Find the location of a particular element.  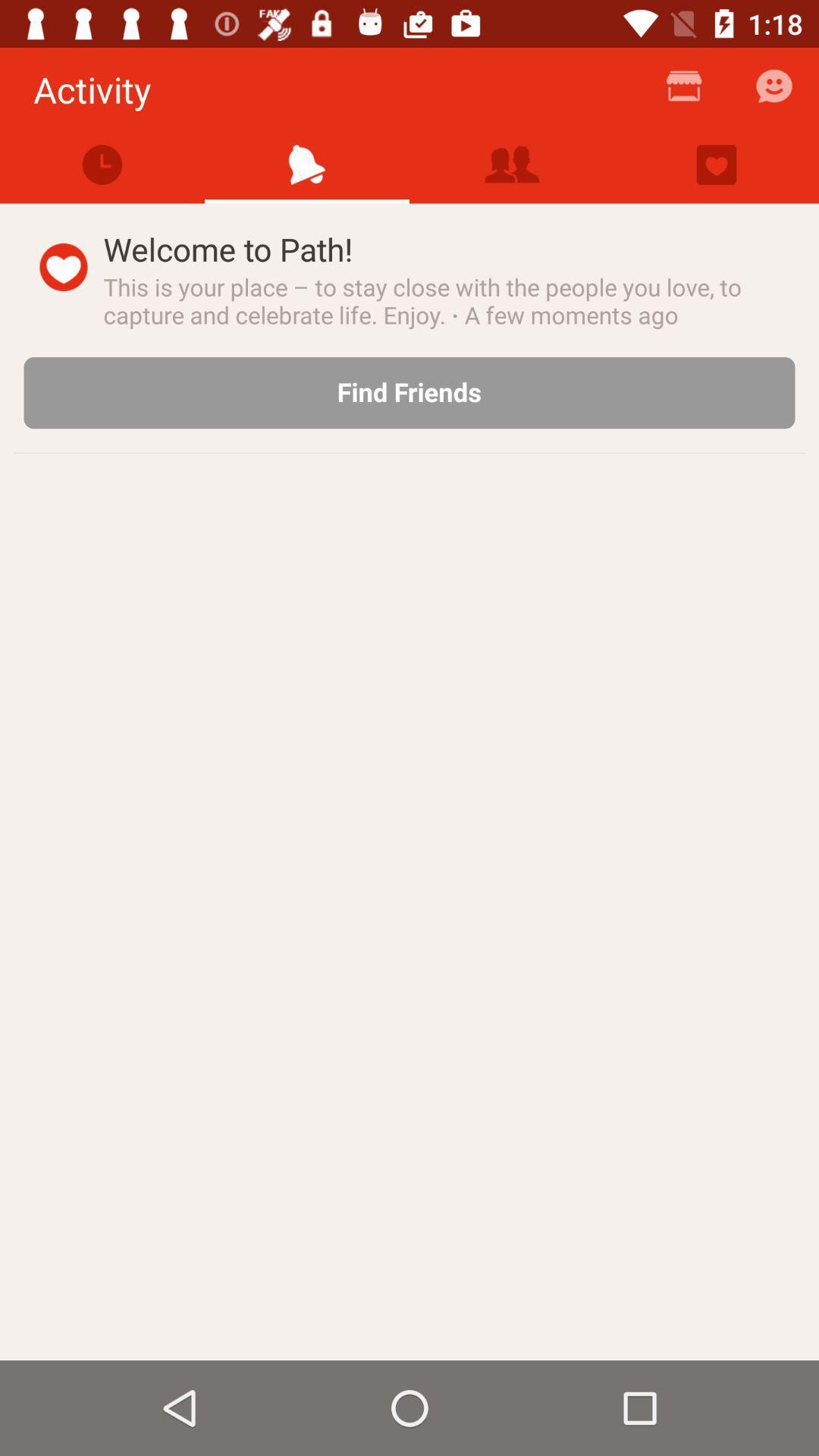

the find friends icon is located at coordinates (409, 393).